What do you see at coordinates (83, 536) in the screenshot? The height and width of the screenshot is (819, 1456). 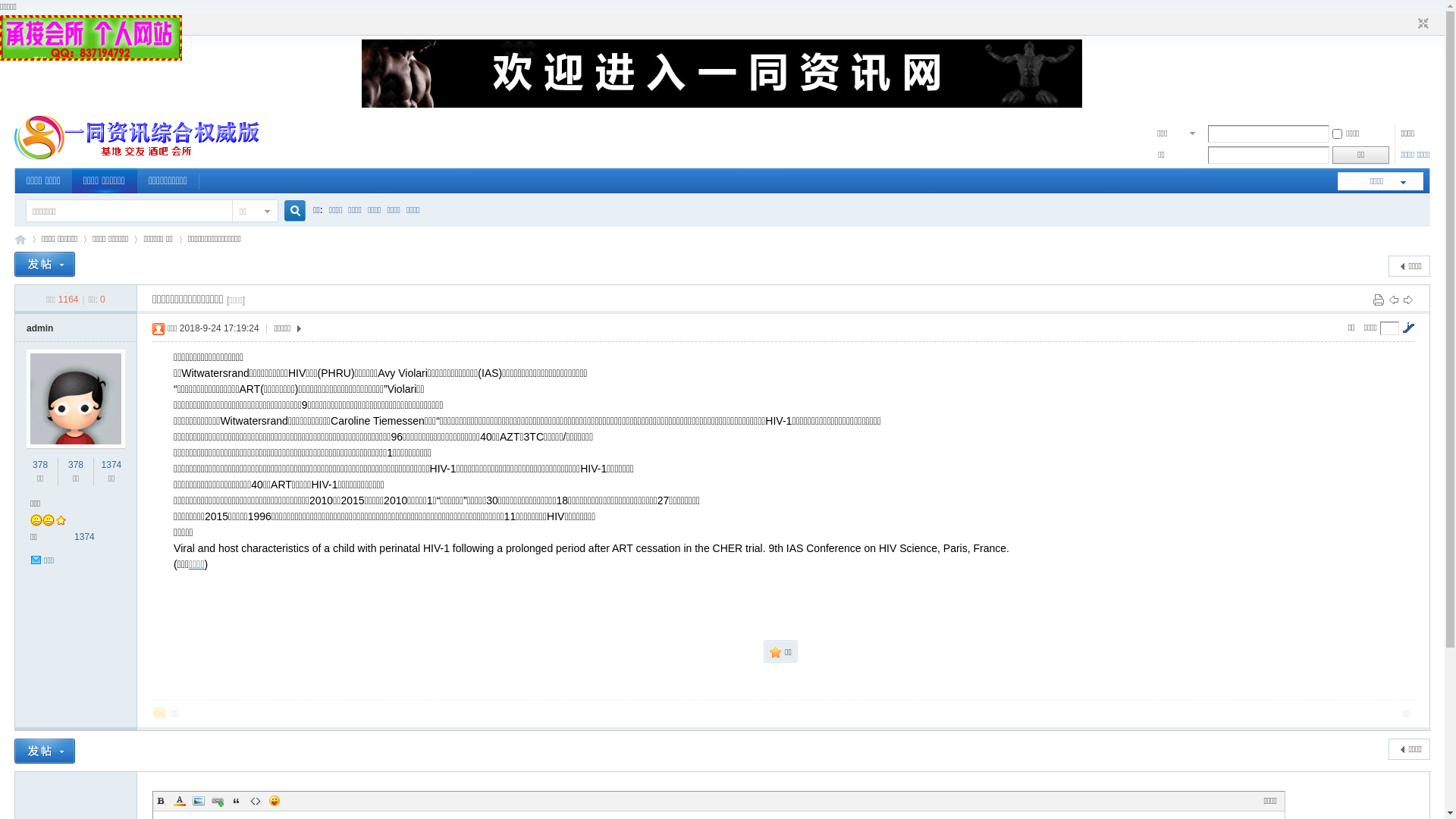 I see `'1374'` at bounding box center [83, 536].